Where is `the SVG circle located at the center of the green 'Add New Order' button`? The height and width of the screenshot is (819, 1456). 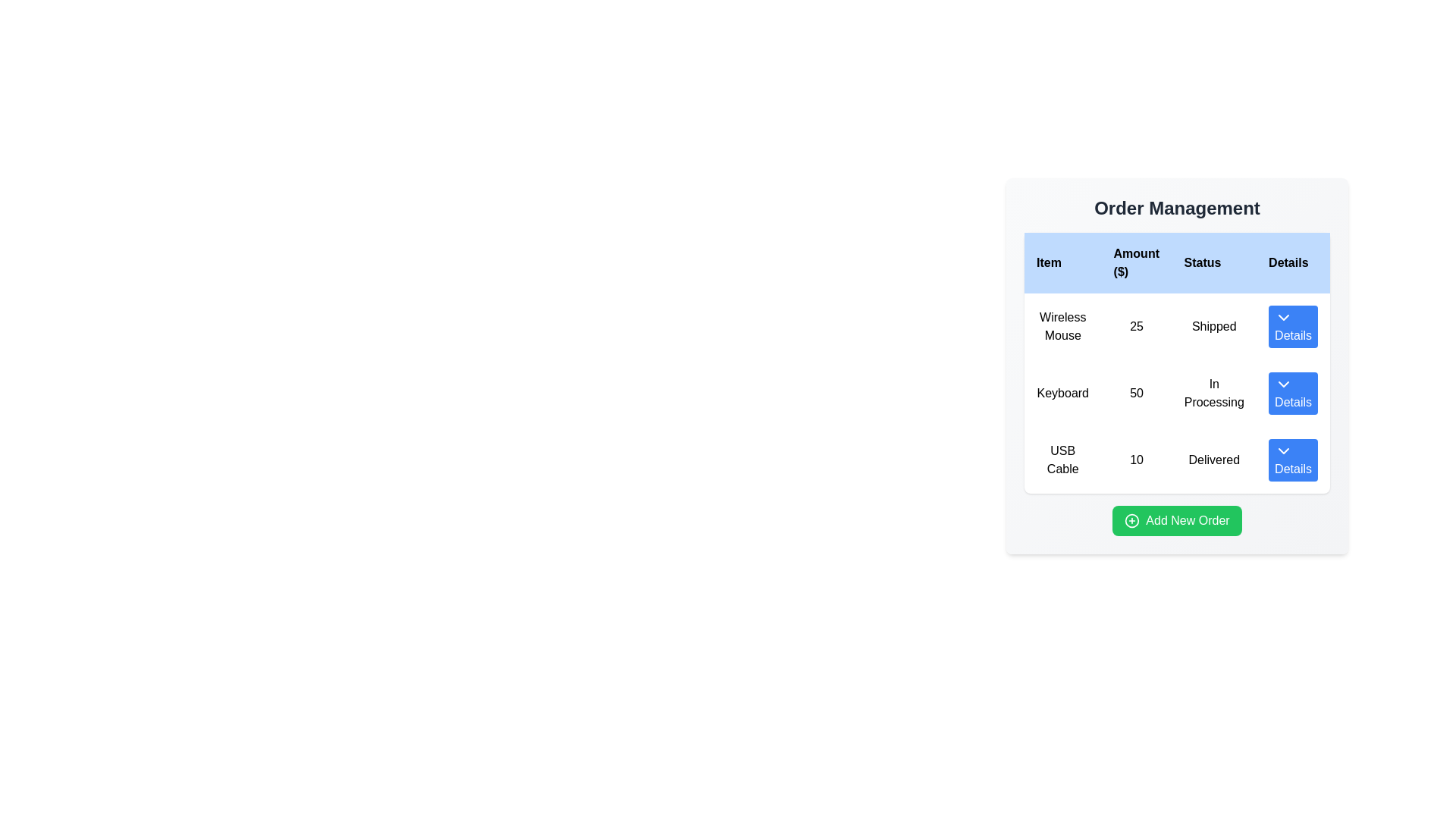
the SVG circle located at the center of the green 'Add New Order' button is located at coordinates (1132, 519).